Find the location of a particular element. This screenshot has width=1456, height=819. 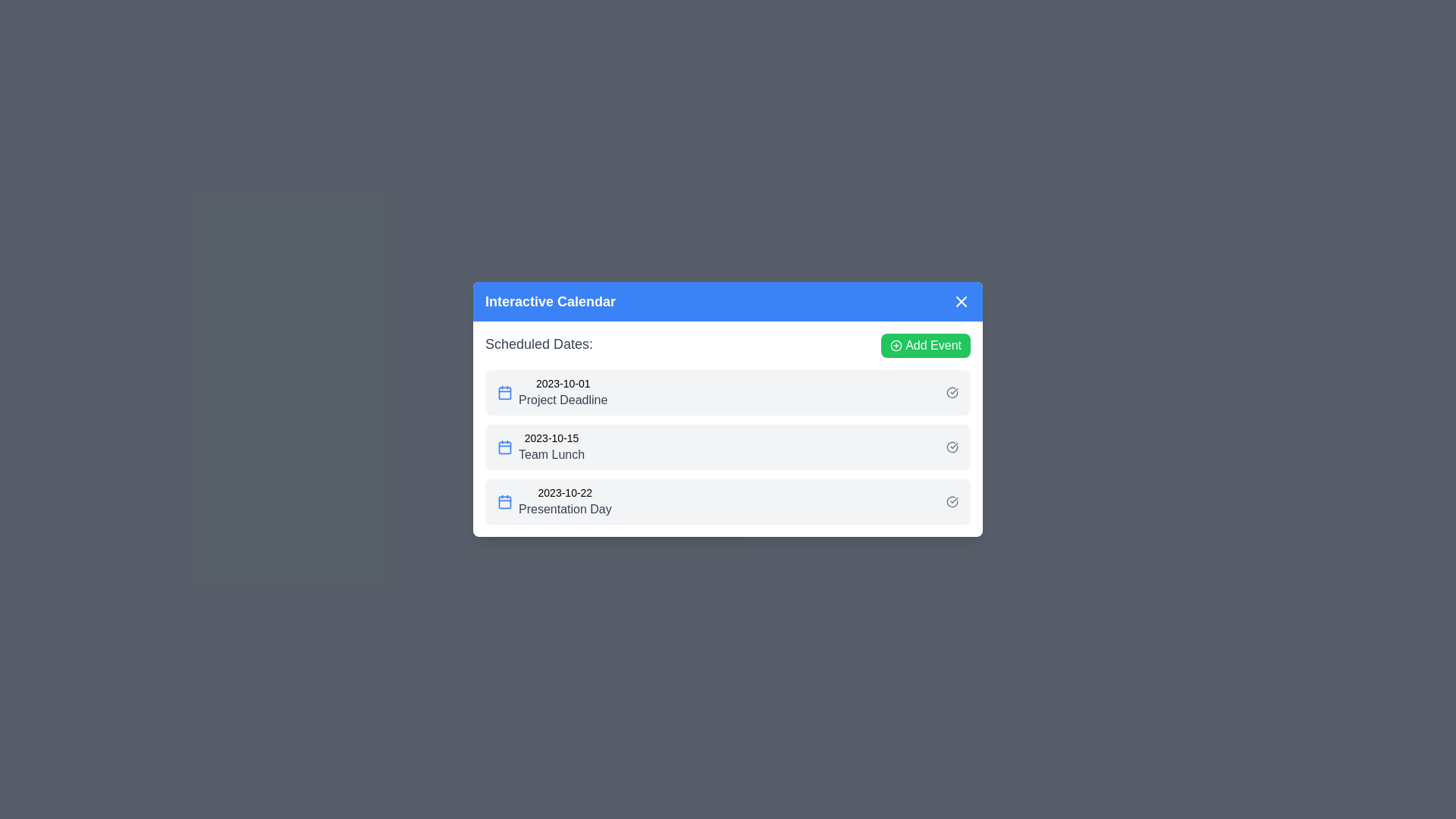

the check-circle icon next to the event corresponding to Team Lunch is located at coordinates (952, 447).